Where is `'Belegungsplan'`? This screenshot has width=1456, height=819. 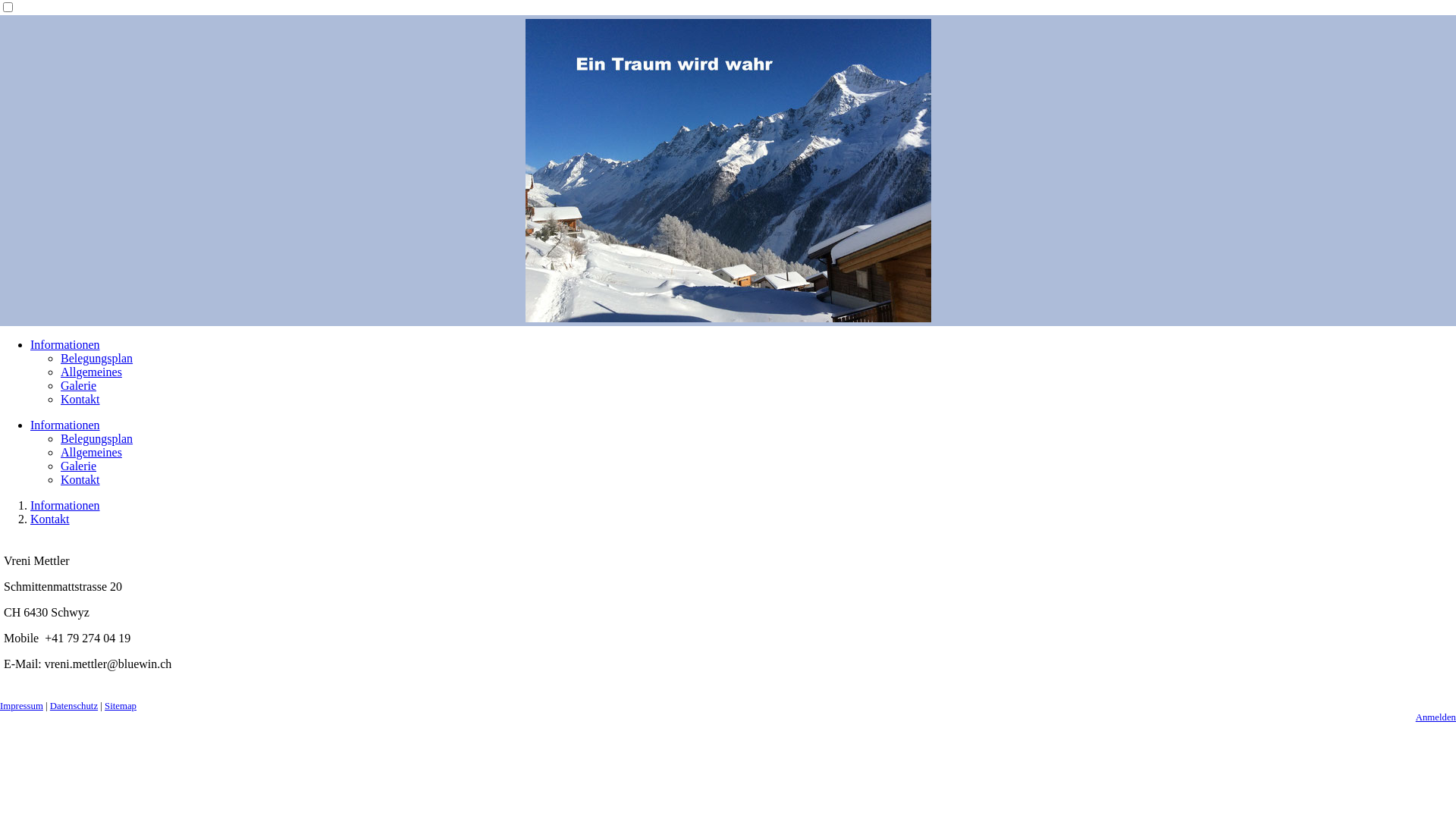 'Belegungsplan' is located at coordinates (61, 358).